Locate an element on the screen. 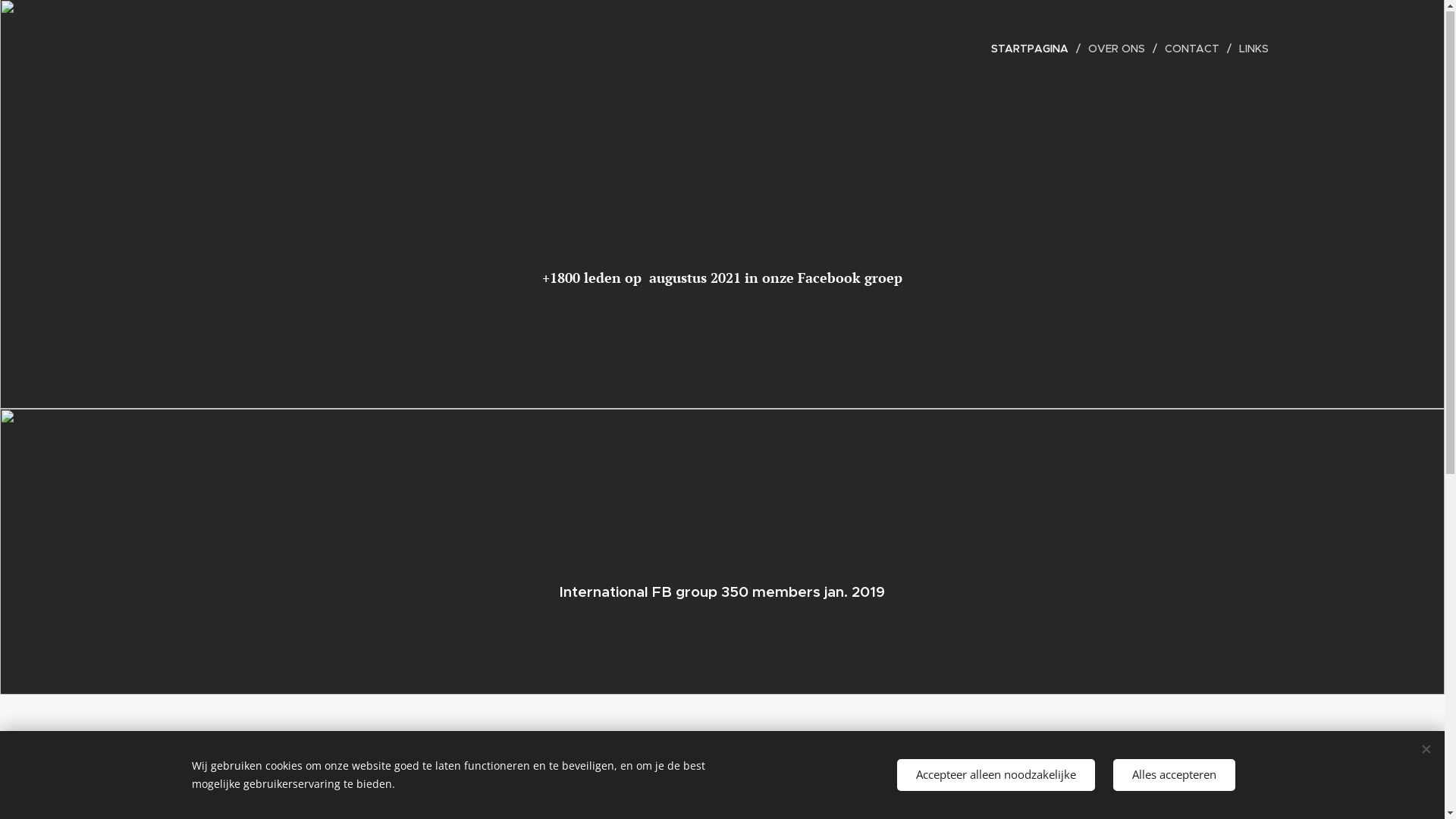 This screenshot has height=819, width=1456. 'Accepteer alleen noodzakelijke' is located at coordinates (896, 775).